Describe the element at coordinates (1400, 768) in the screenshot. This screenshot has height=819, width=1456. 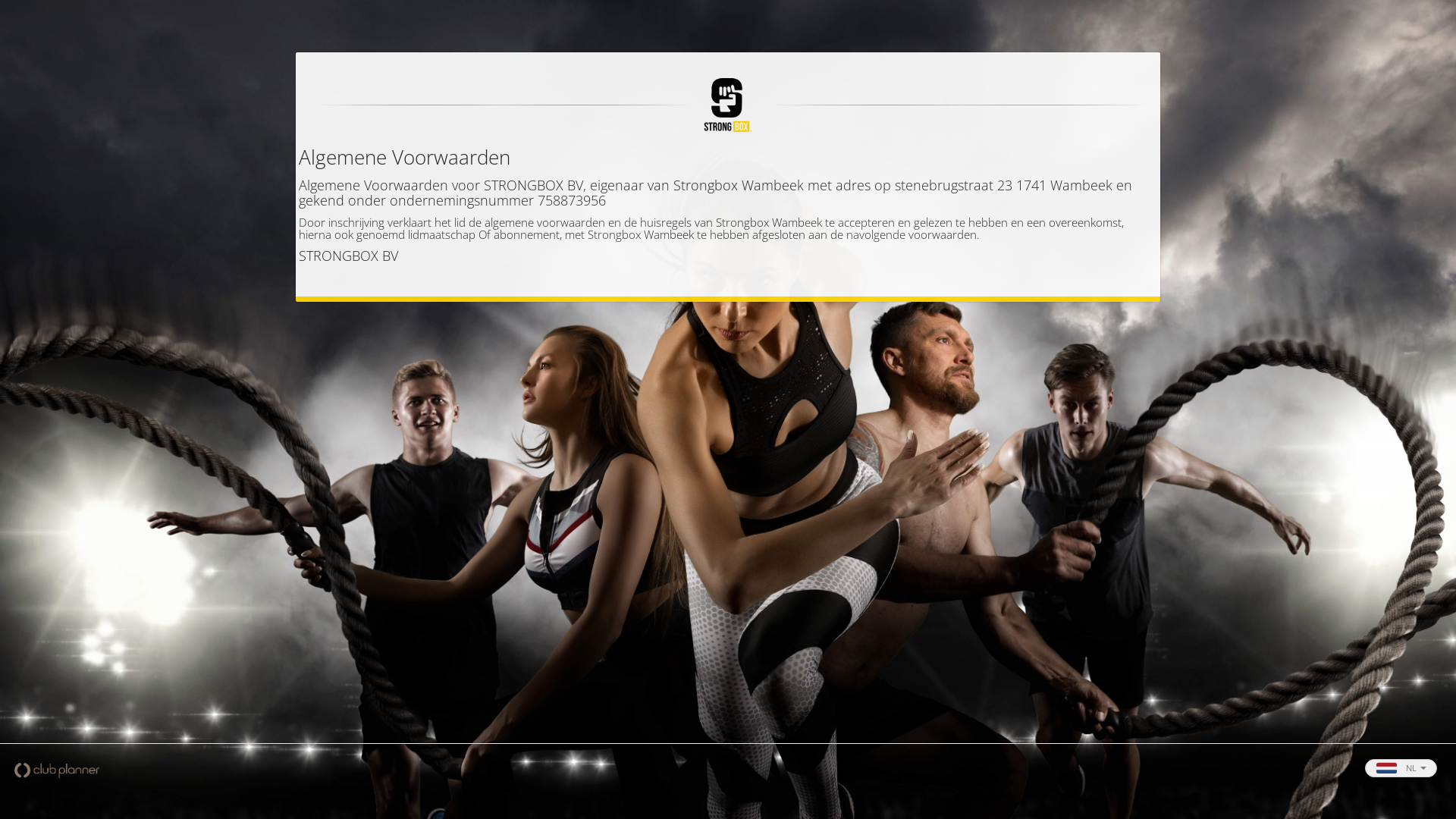
I see `'NL'` at that location.